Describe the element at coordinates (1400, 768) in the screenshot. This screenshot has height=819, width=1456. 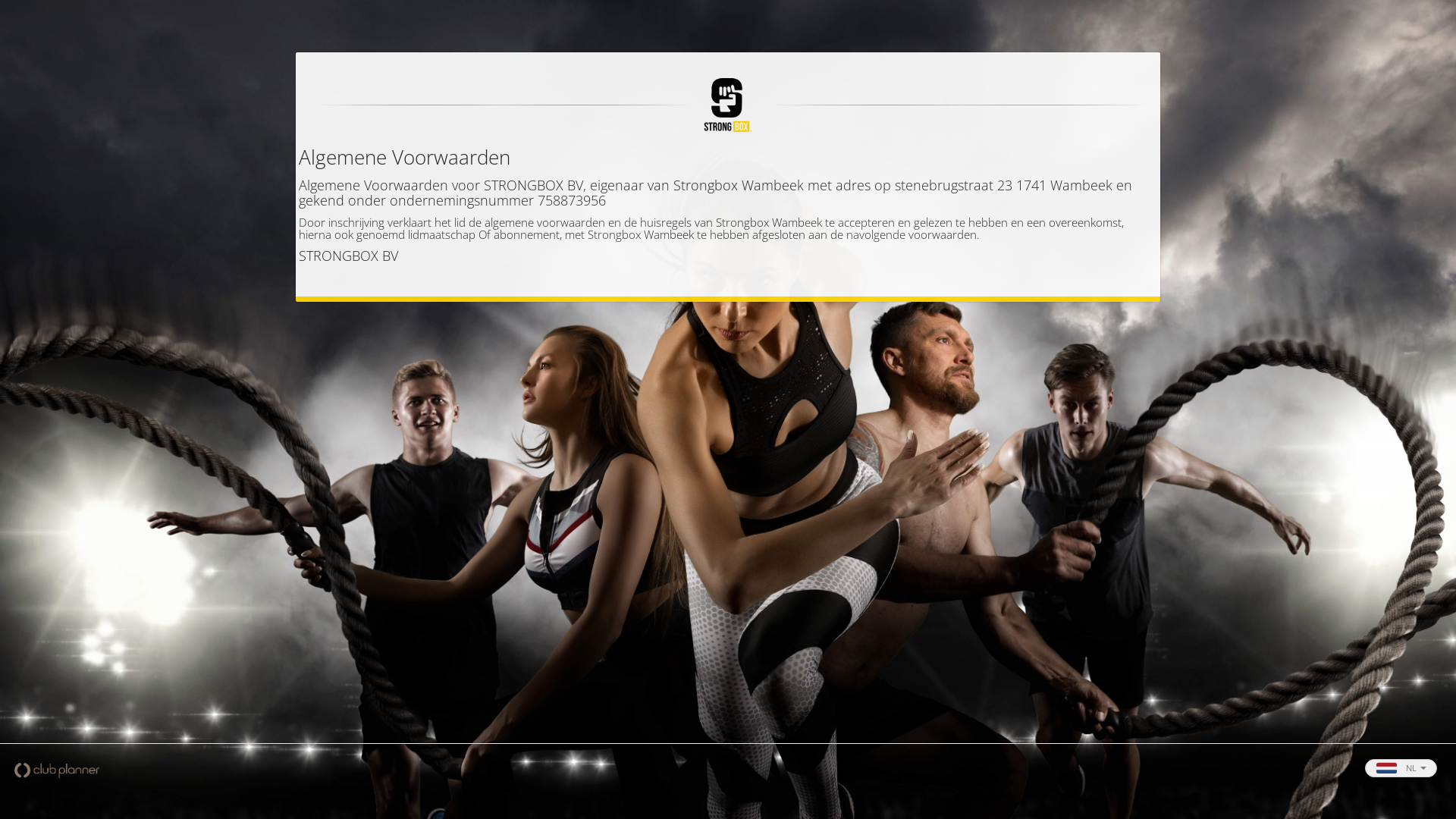
I see `'NL'` at that location.